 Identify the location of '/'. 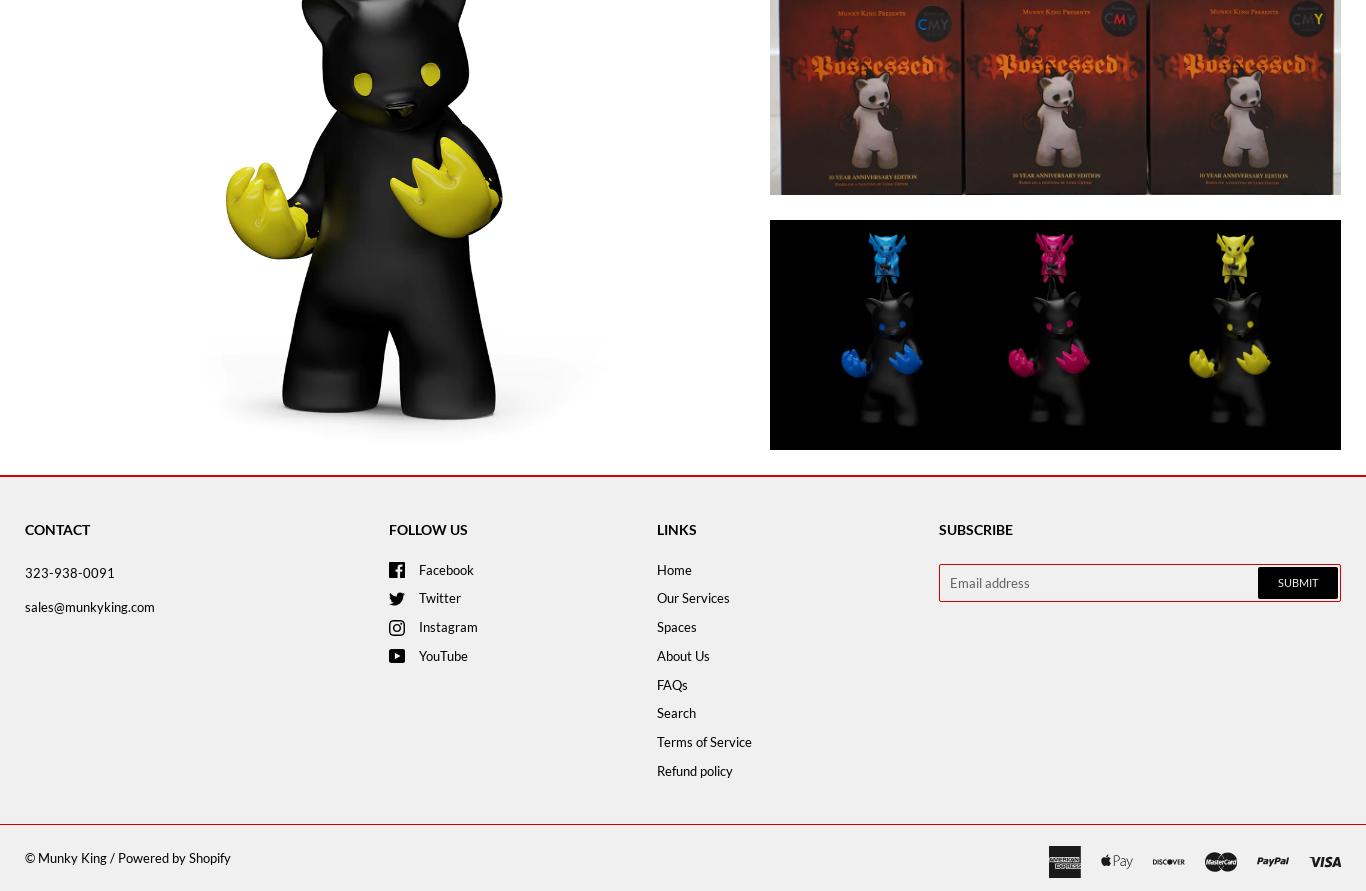
(112, 855).